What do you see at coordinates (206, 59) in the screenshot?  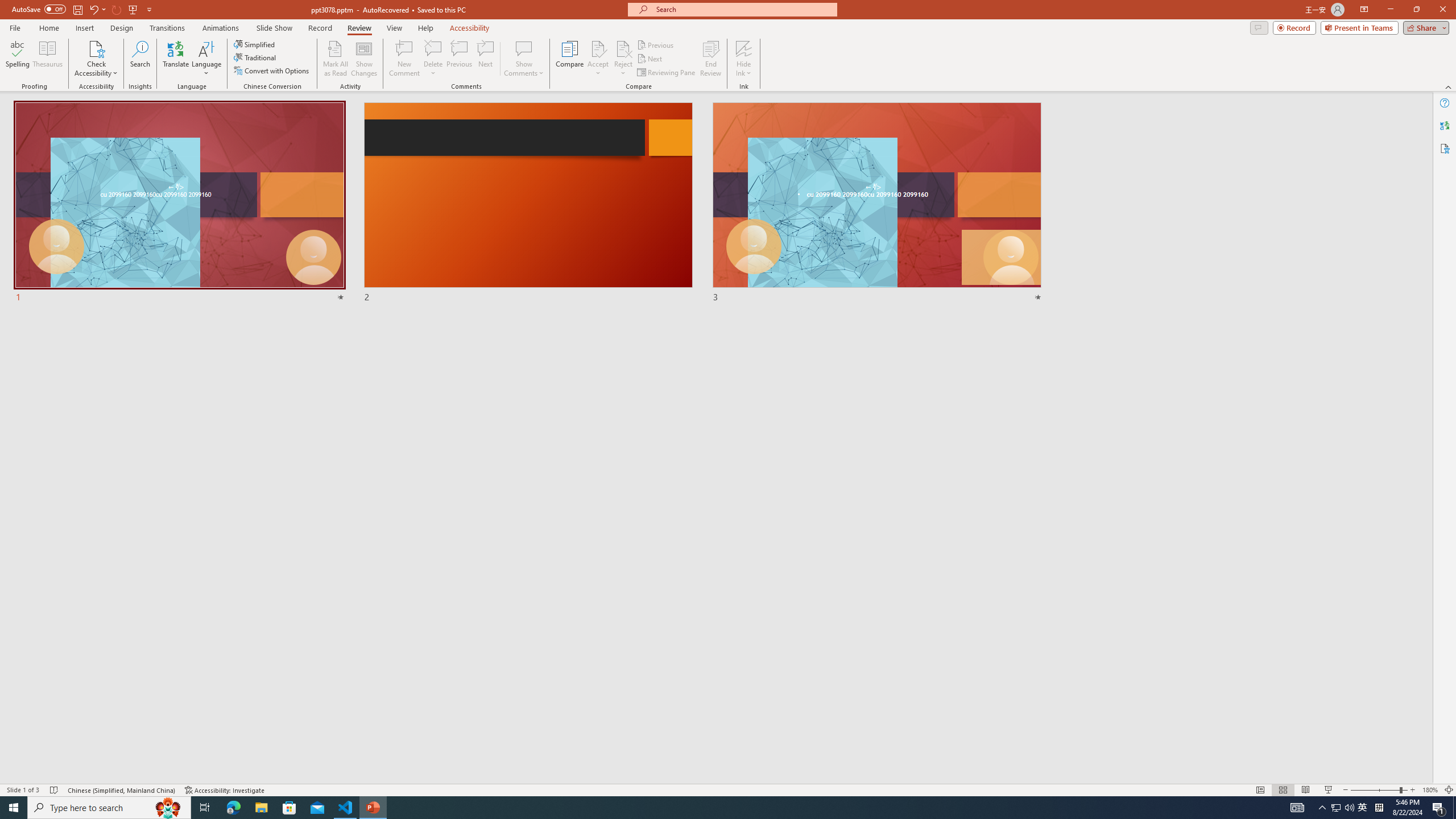 I see `'Language'` at bounding box center [206, 59].